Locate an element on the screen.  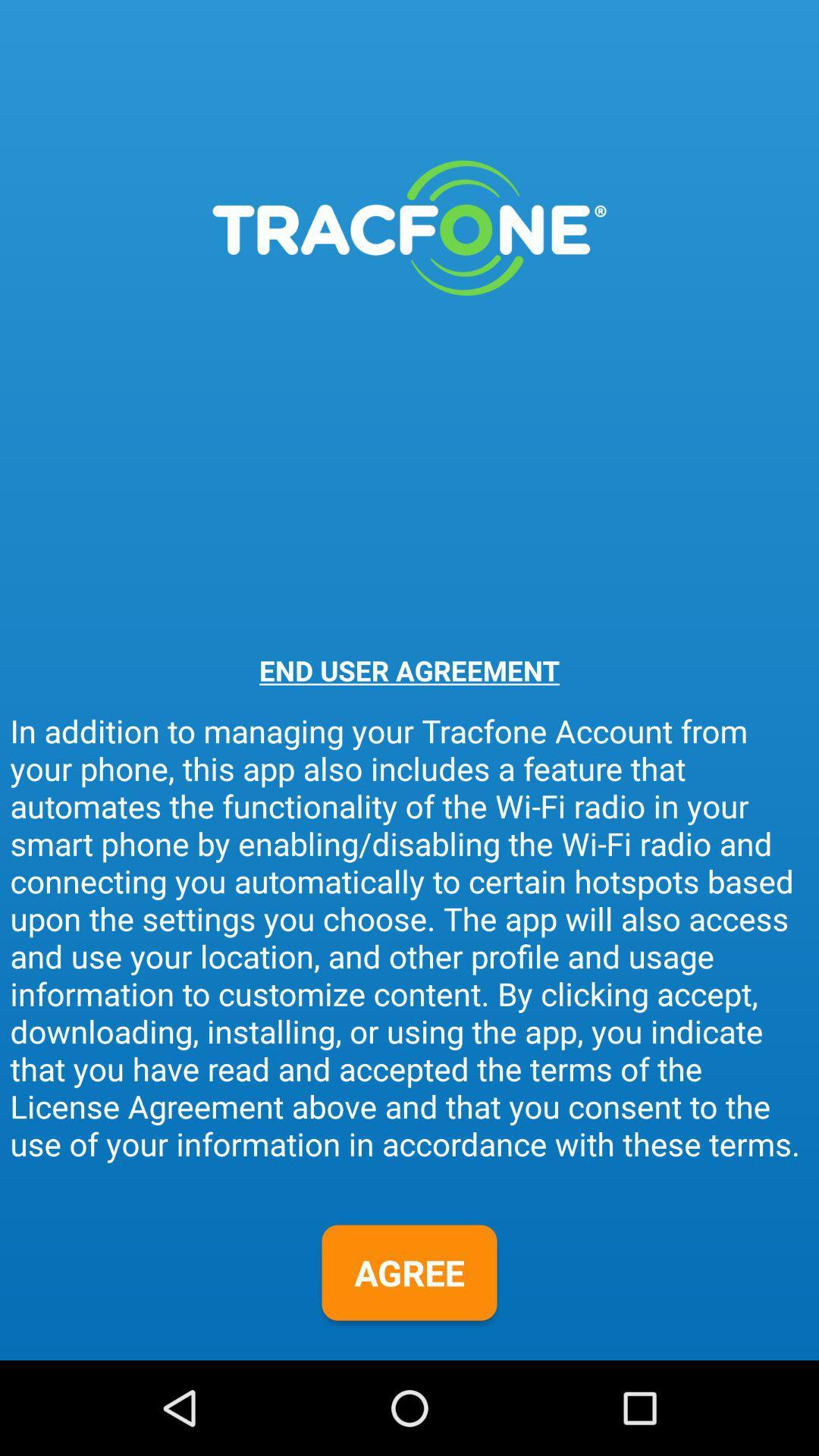
the icon above in addition to item is located at coordinates (409, 670).